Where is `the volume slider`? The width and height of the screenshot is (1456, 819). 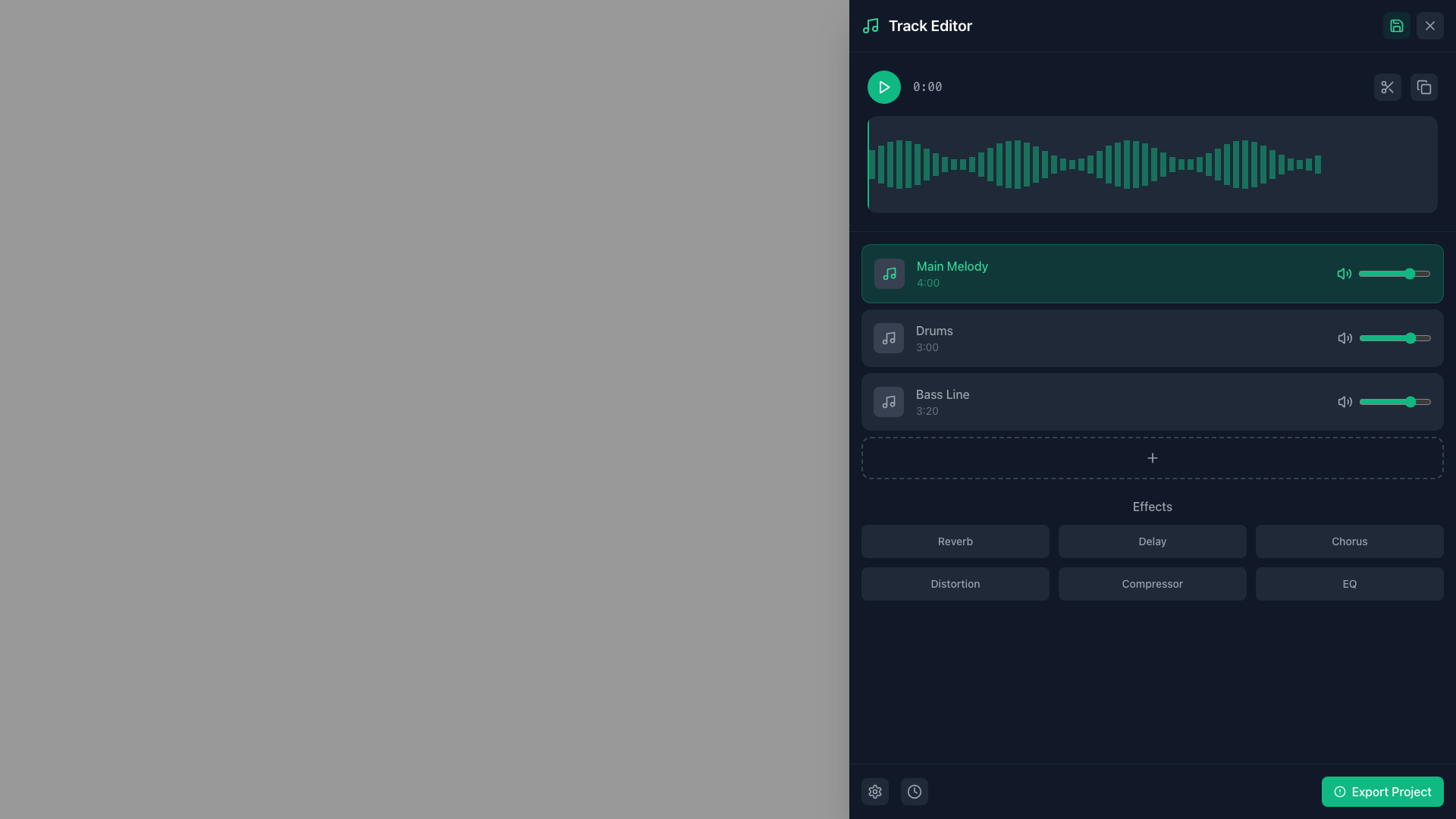
the volume slider is located at coordinates (1384, 274).